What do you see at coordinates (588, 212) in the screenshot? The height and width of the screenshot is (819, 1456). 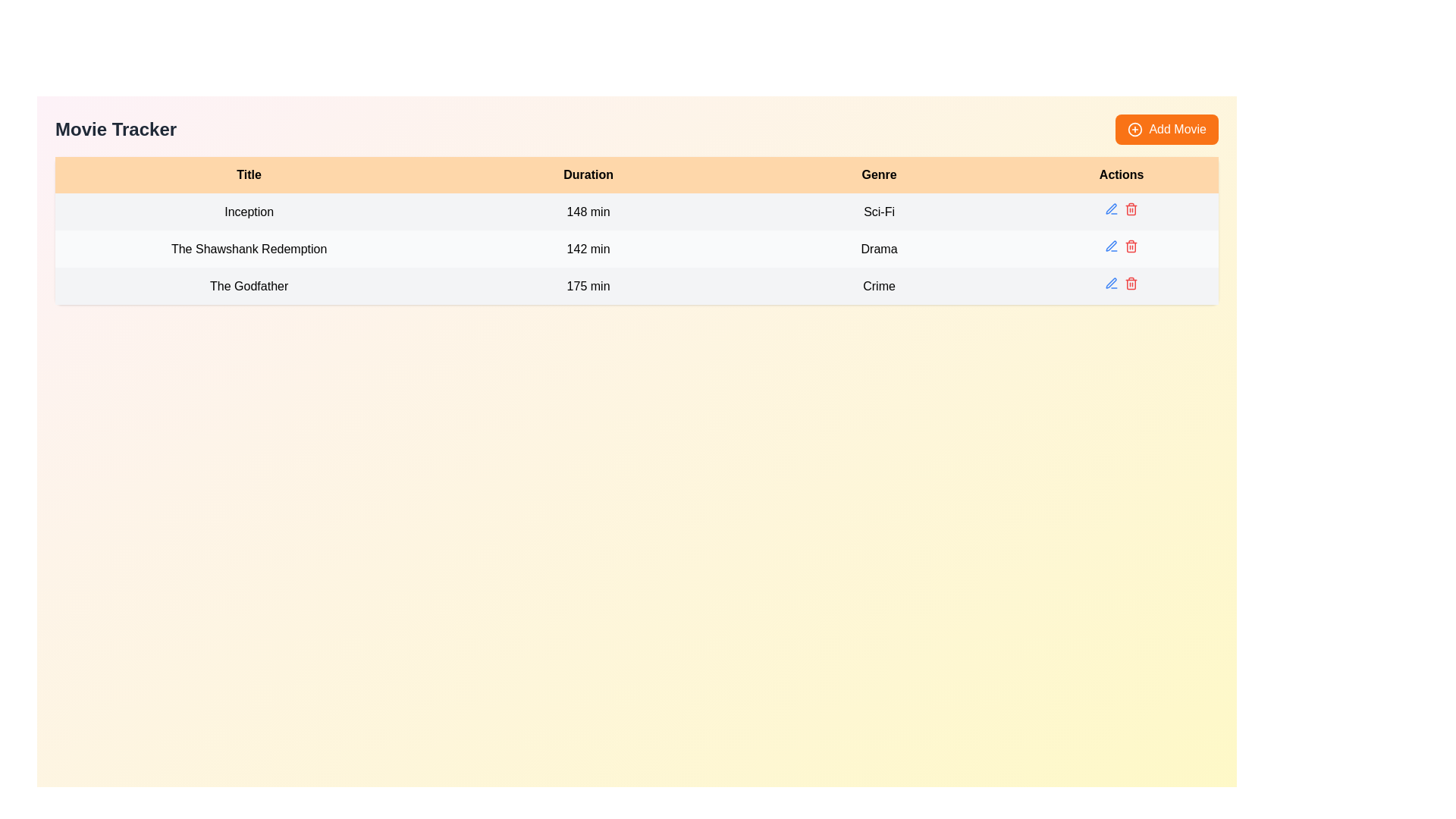 I see `the text display showing '148 min' in the duration column of the row for the movie 'Inception'` at bounding box center [588, 212].